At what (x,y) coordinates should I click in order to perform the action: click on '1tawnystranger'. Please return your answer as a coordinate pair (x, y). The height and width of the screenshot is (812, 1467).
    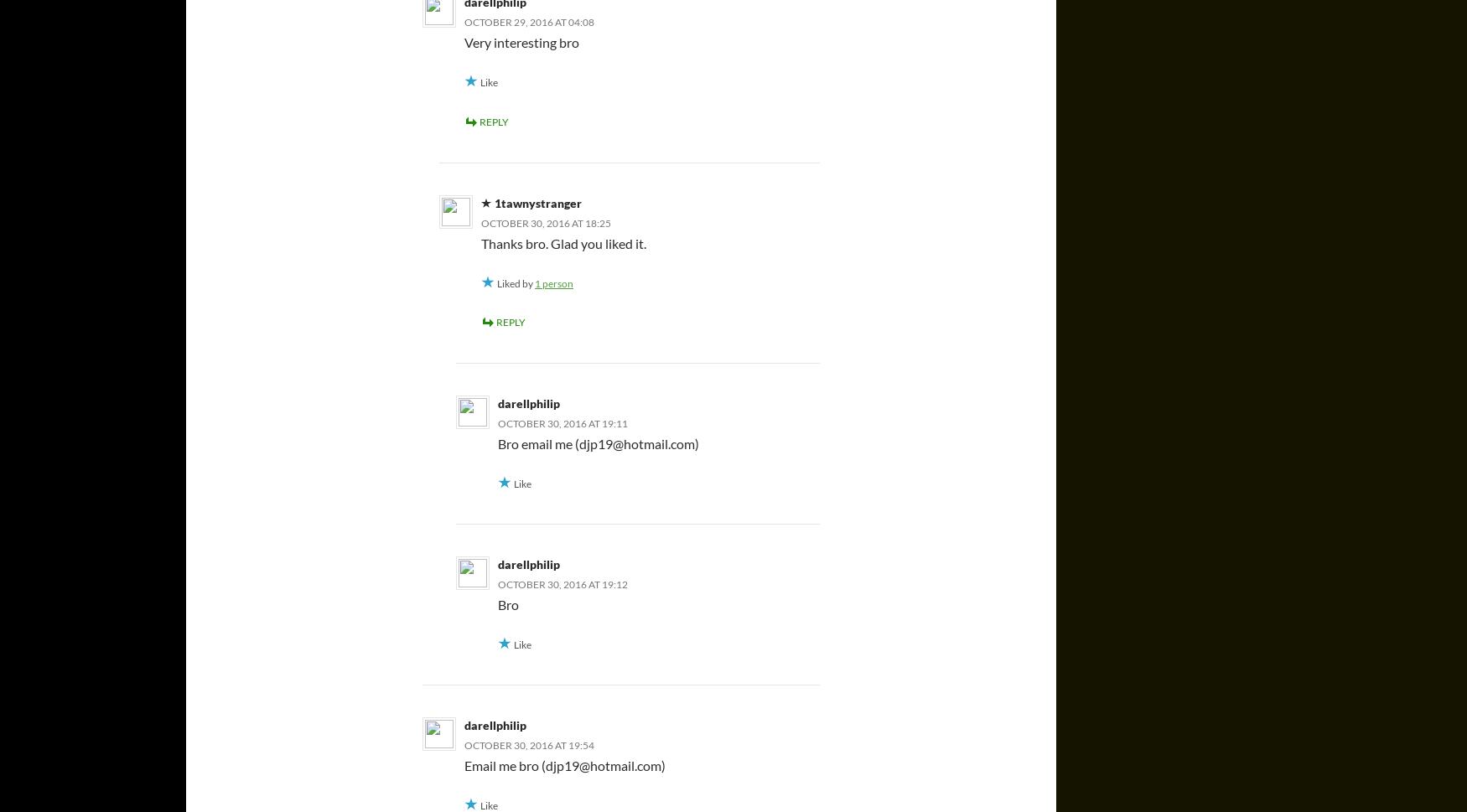
    Looking at the image, I should click on (537, 201).